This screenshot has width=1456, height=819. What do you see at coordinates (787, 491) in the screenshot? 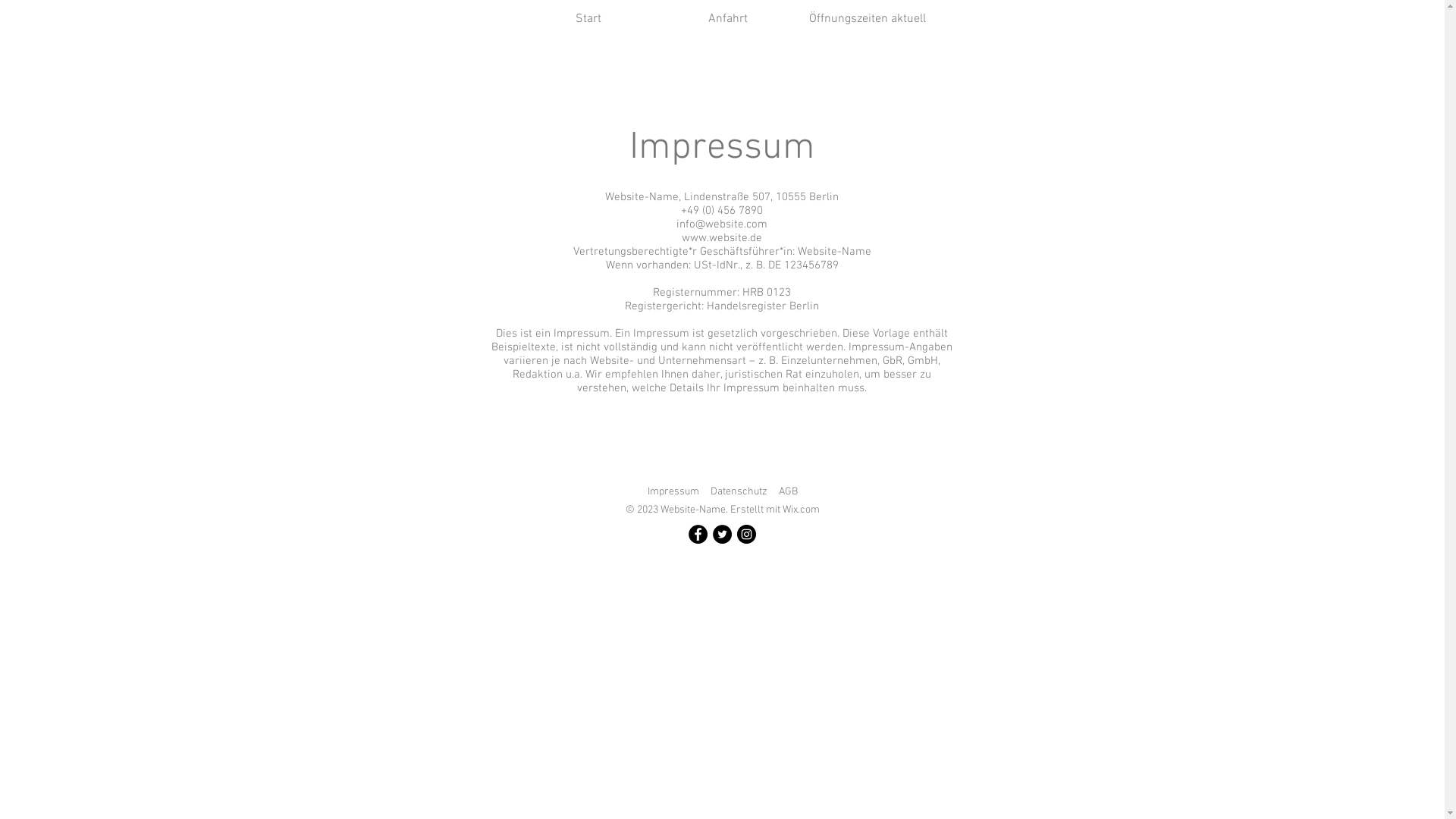
I see `'AGB'` at bounding box center [787, 491].